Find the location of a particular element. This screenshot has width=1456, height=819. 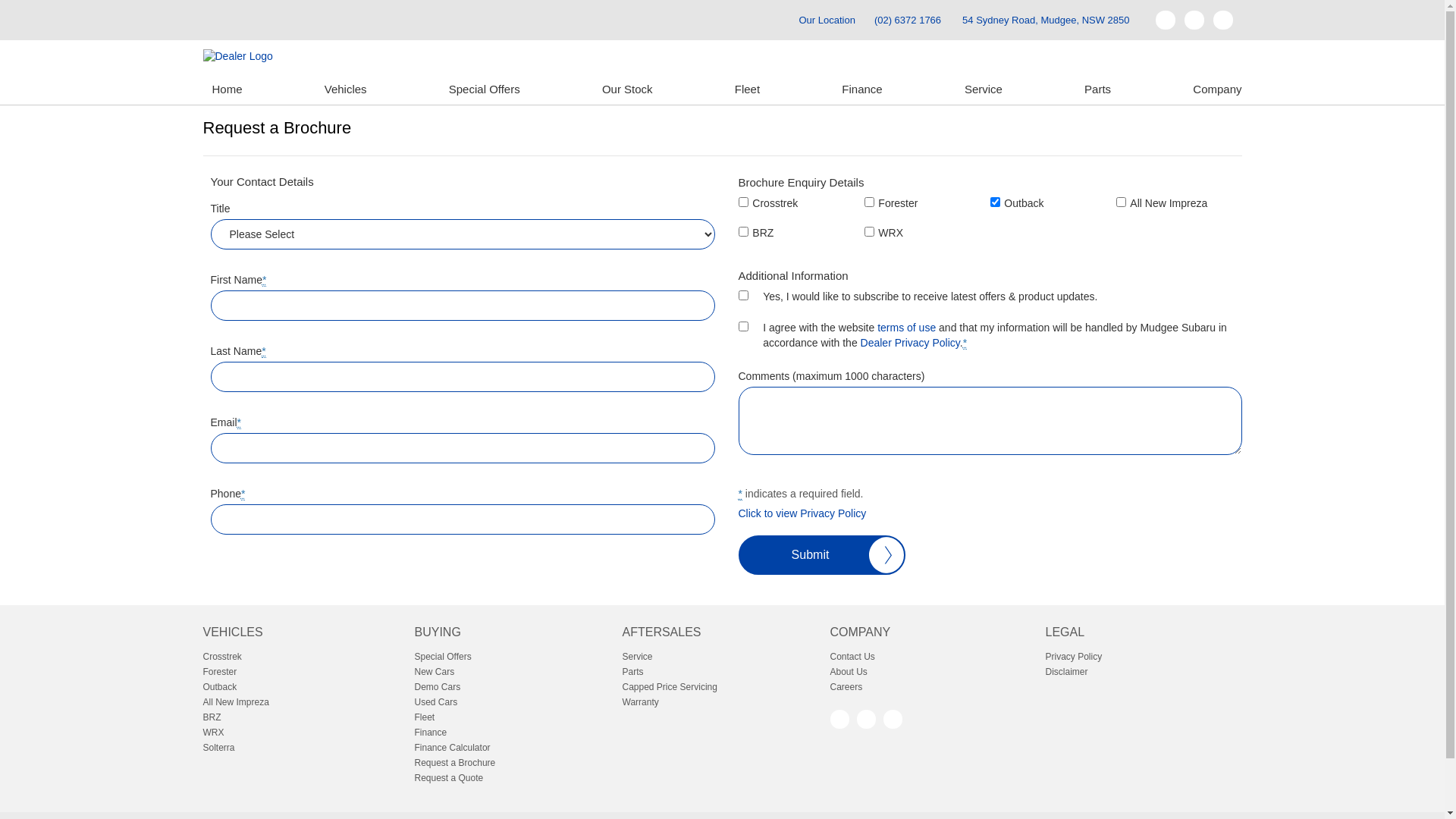

'Submit' is located at coordinates (739, 555).